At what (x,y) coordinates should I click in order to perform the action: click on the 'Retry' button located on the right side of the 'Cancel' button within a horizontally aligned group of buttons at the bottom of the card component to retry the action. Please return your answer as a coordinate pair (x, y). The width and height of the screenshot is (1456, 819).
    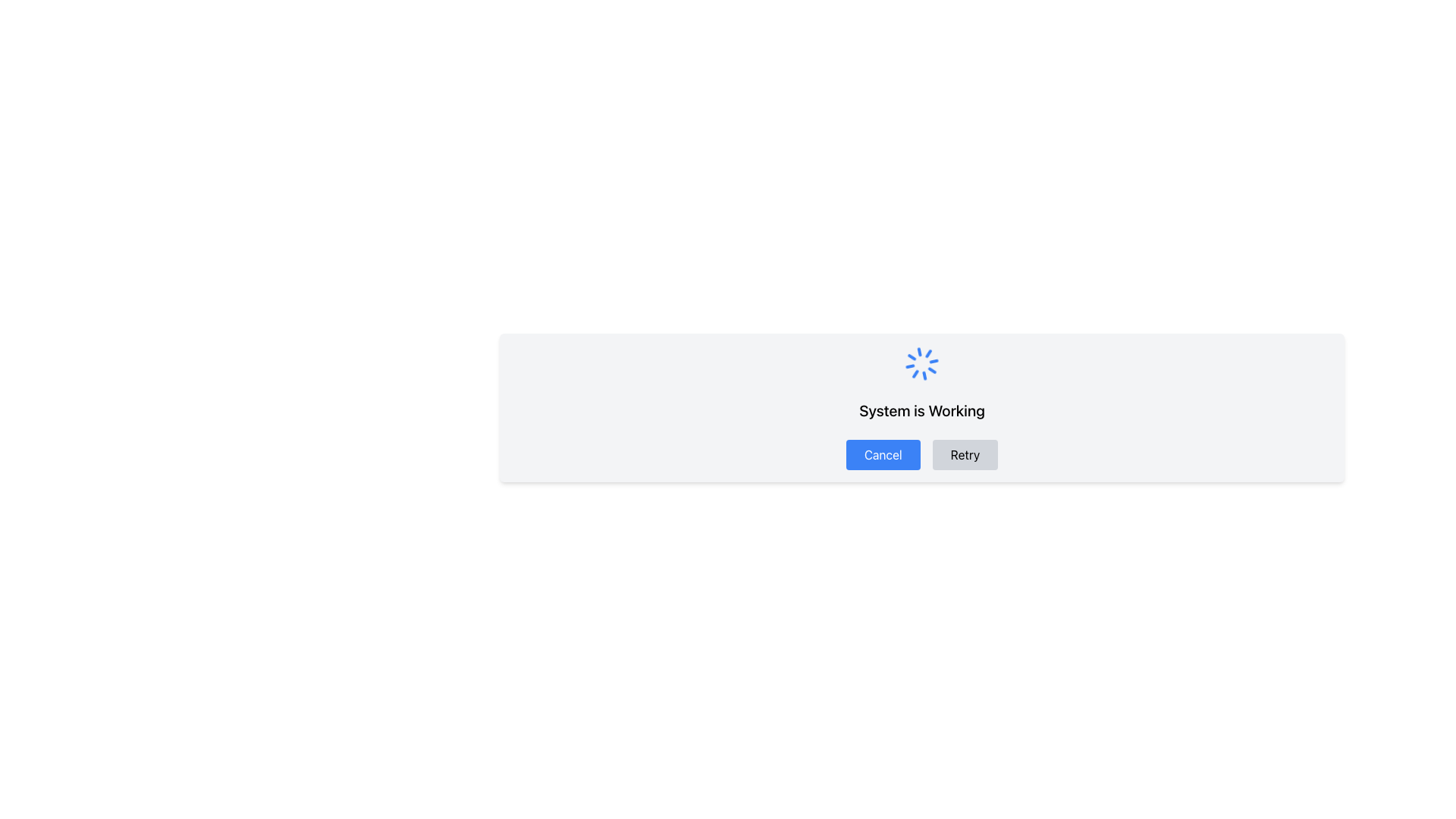
    Looking at the image, I should click on (964, 454).